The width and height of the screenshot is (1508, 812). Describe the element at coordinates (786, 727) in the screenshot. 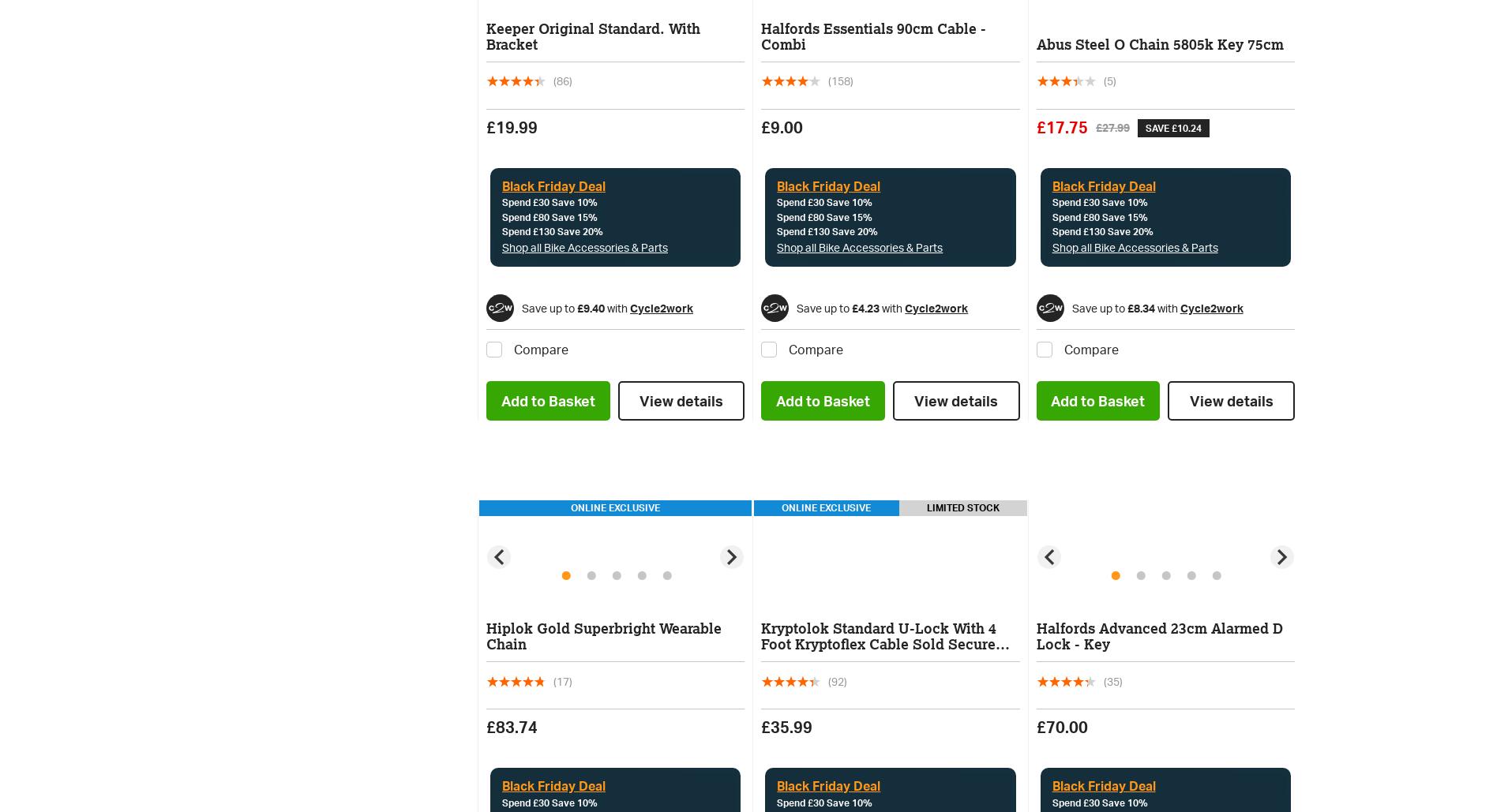

I see `'£35.99'` at that location.